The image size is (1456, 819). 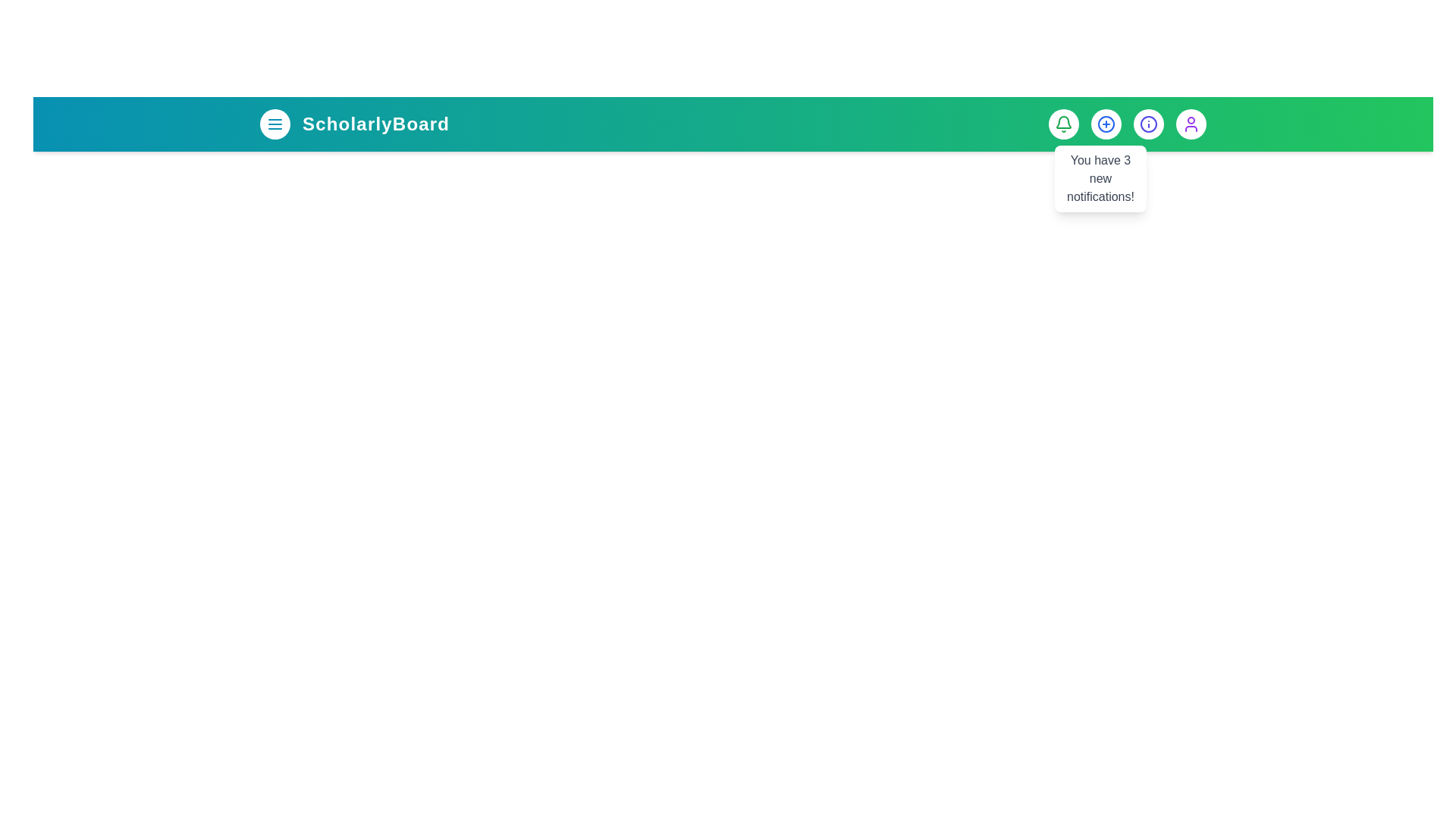 I want to click on the info button, so click(x=1149, y=124).